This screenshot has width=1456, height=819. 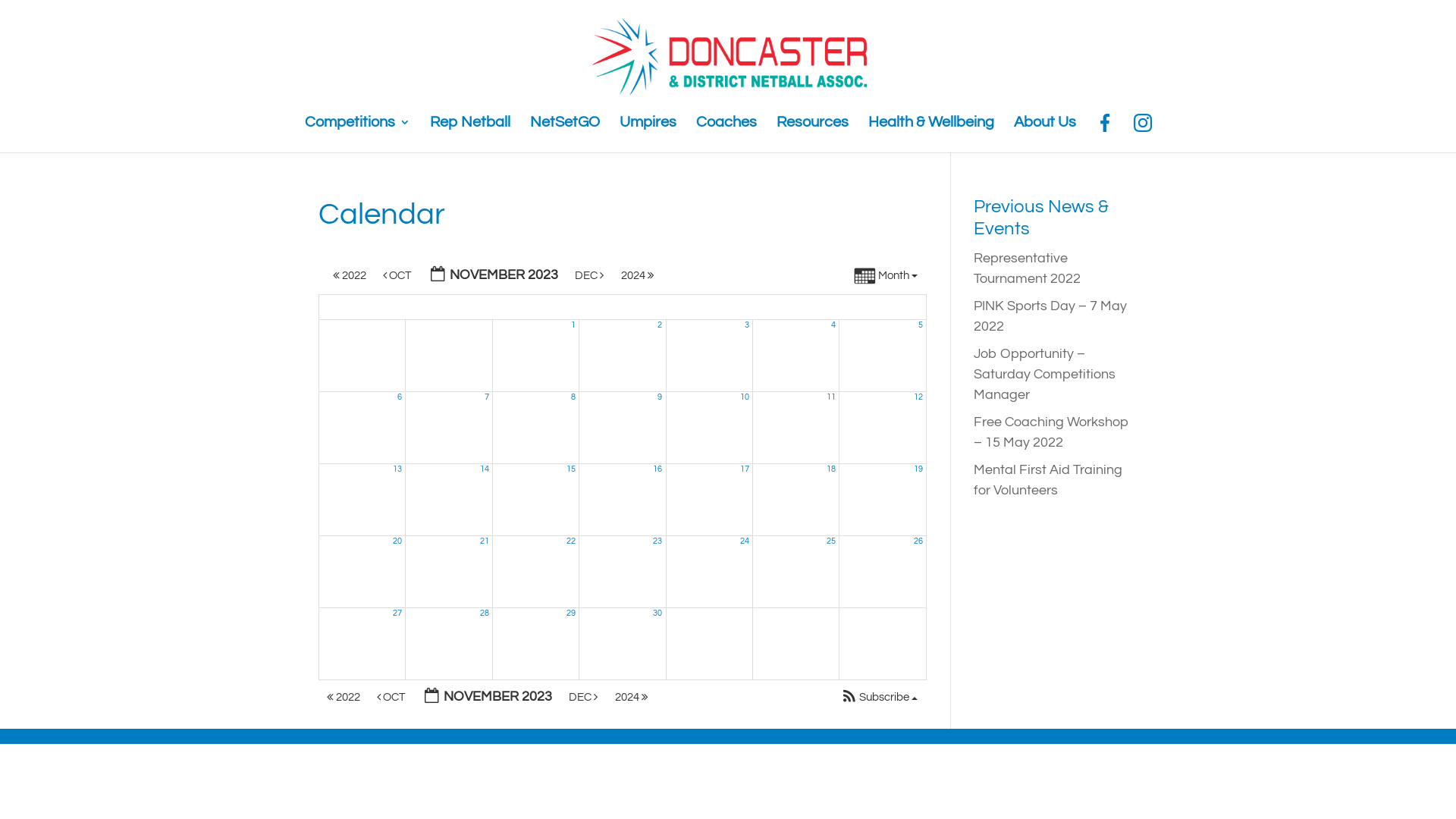 What do you see at coordinates (573, 324) in the screenshot?
I see `'1'` at bounding box center [573, 324].